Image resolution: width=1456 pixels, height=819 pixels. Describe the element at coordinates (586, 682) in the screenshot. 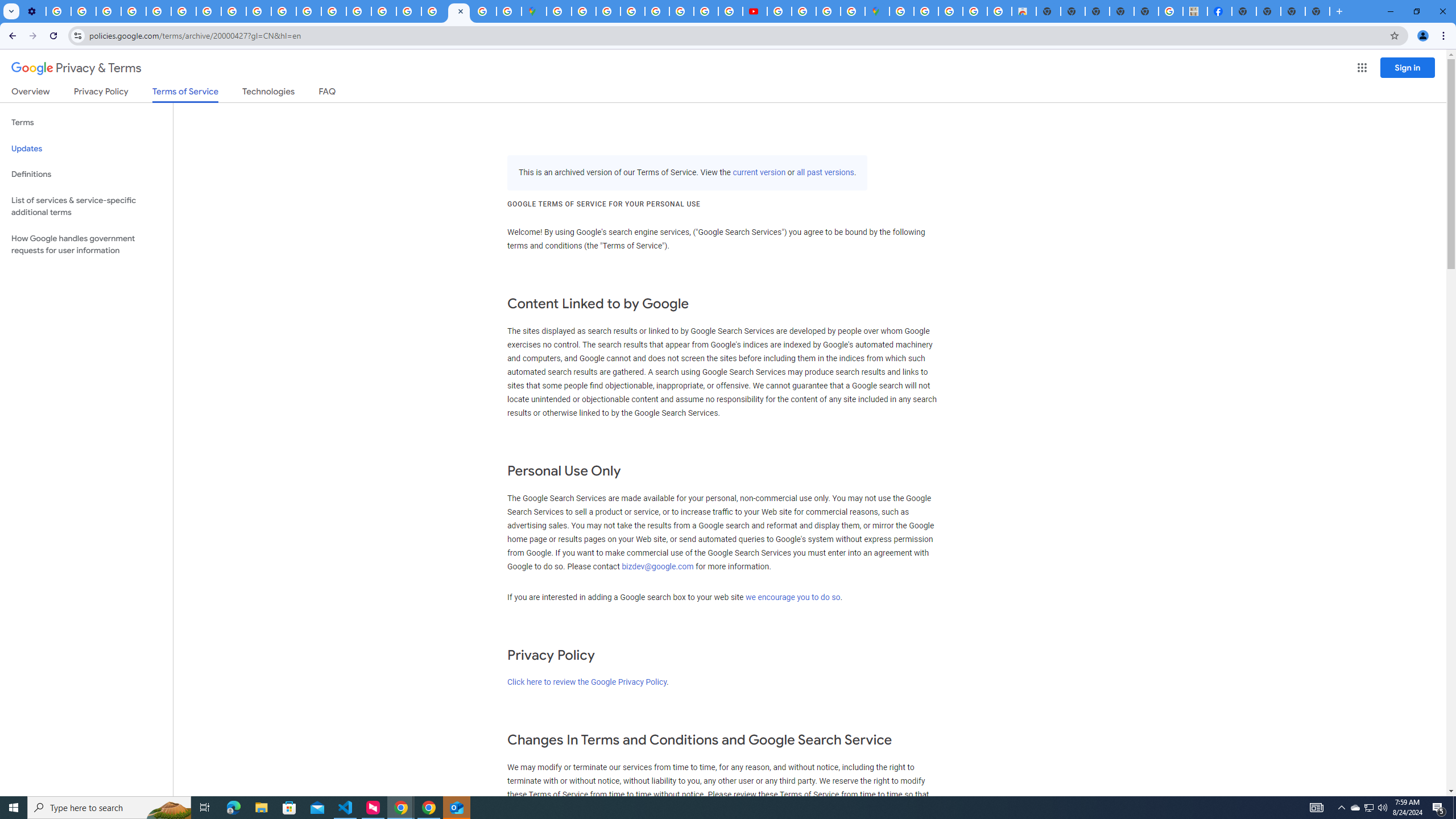

I see `'Click here to review the Google Privacy Policy'` at that location.